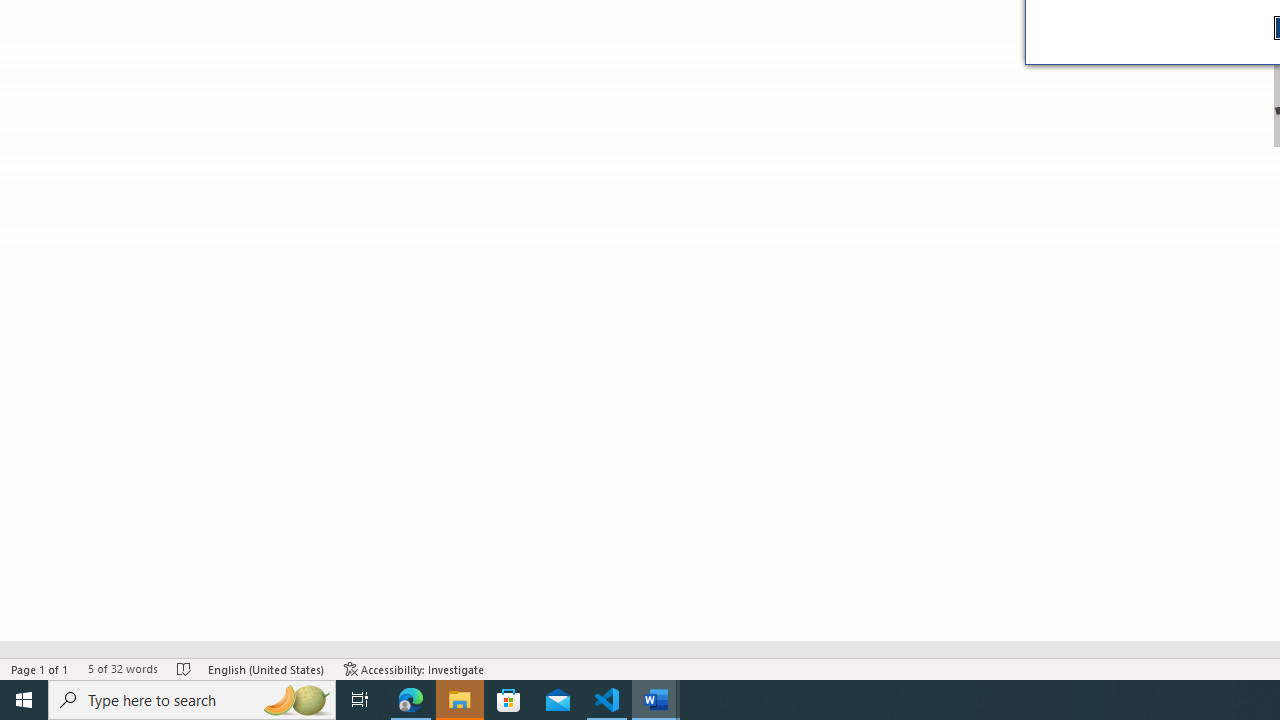  I want to click on 'Spelling and Grammar Check No Errors', so click(184, 669).